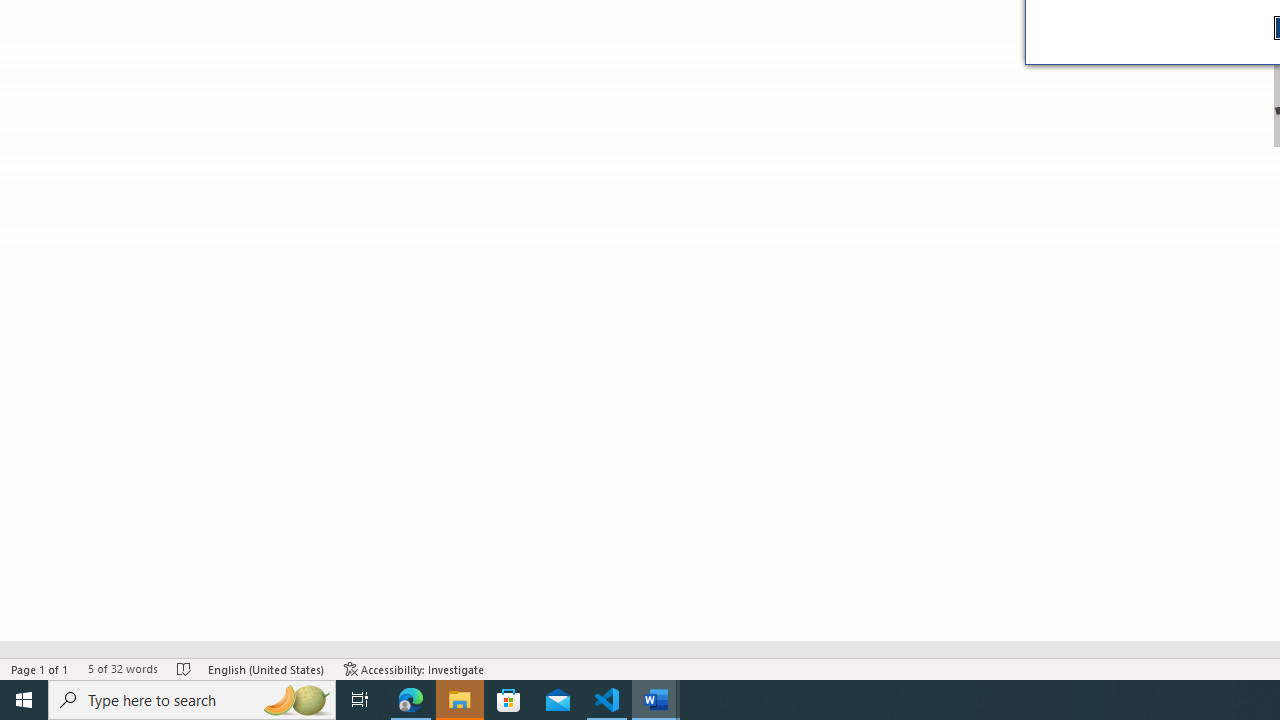  I want to click on 'Spelling and Grammar Check No Errors', so click(184, 669).